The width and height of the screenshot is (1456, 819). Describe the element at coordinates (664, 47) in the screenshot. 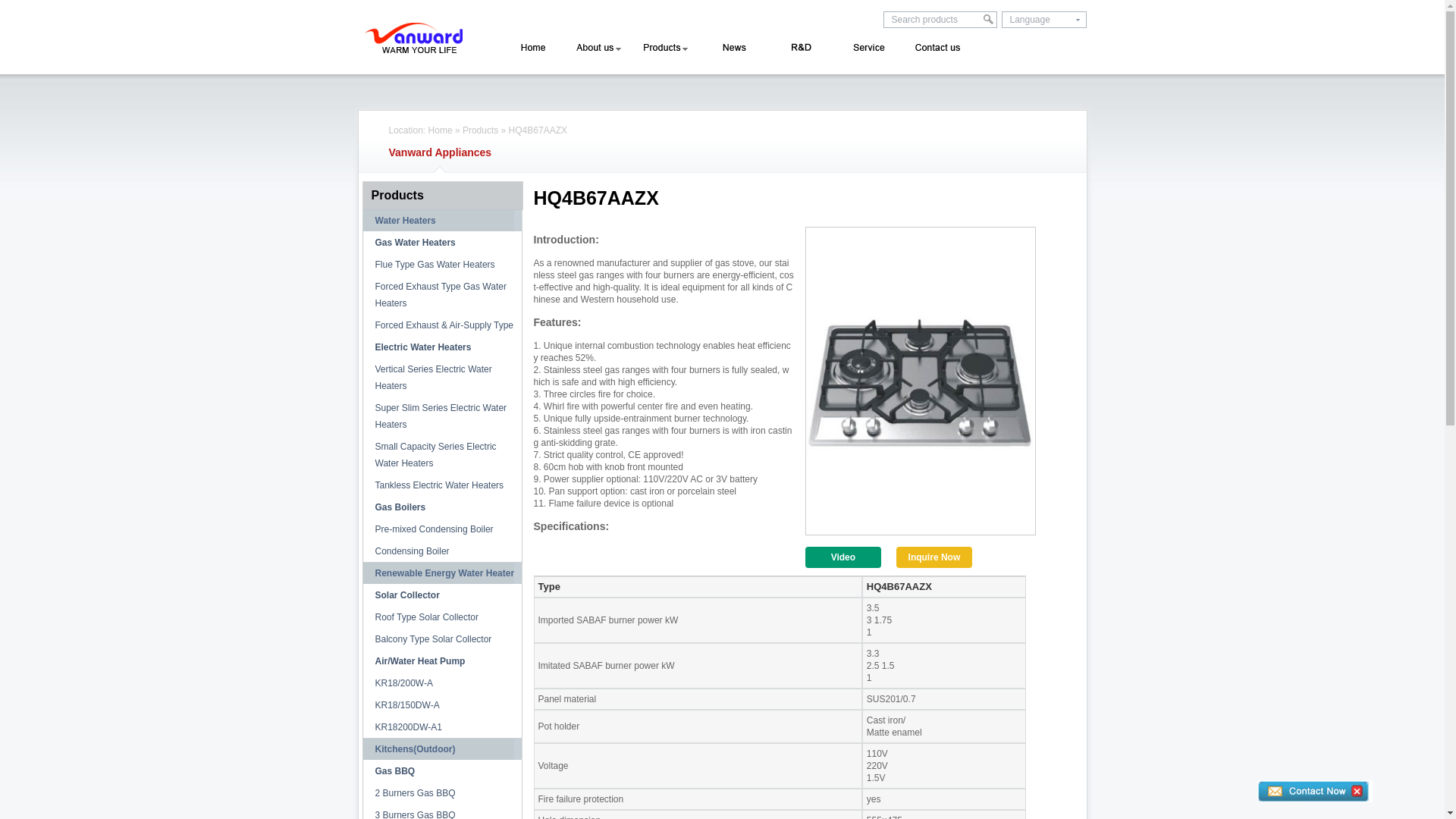

I see `'Products'` at that location.